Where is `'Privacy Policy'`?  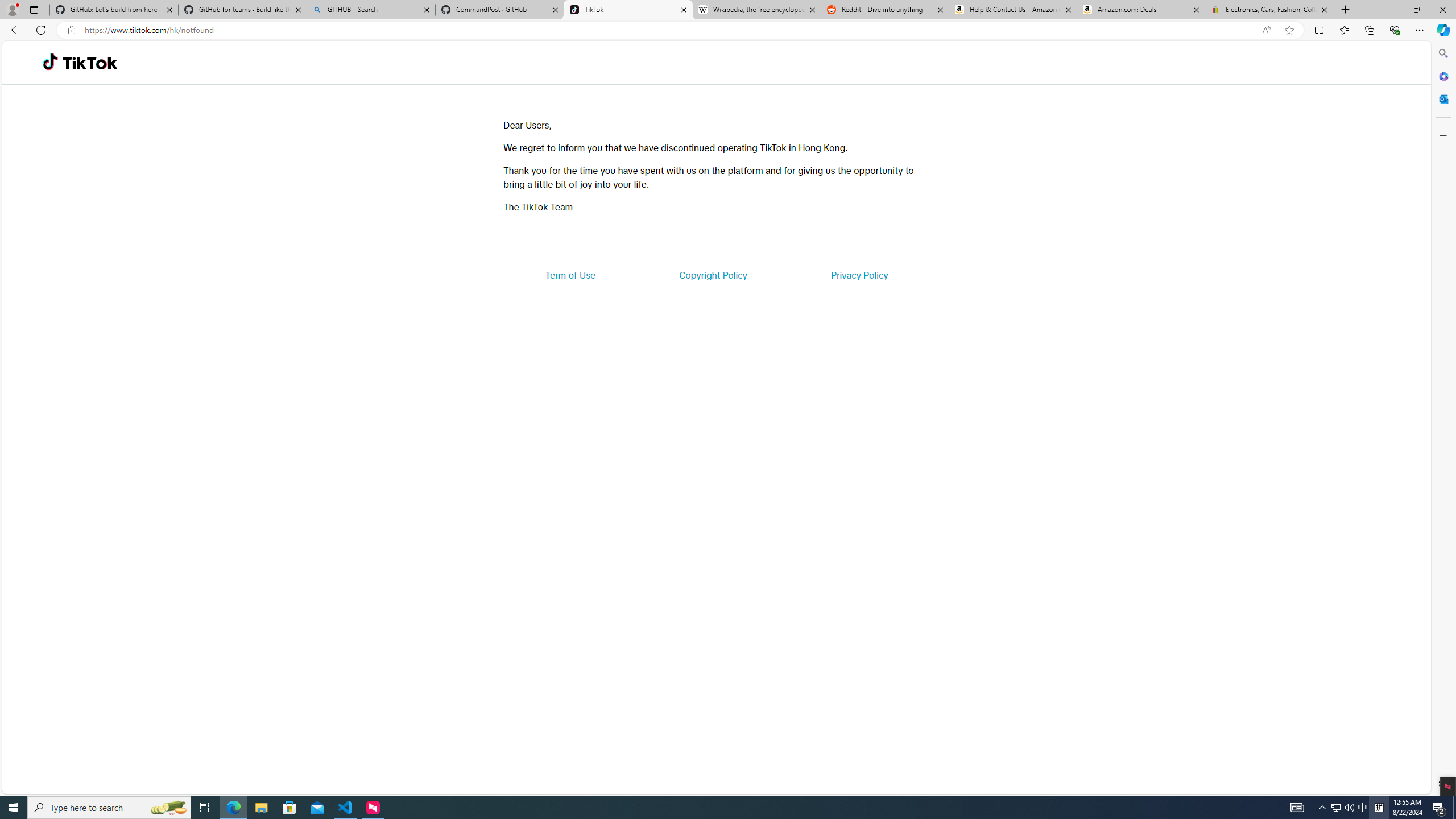
'Privacy Policy' is located at coordinates (858, 274).